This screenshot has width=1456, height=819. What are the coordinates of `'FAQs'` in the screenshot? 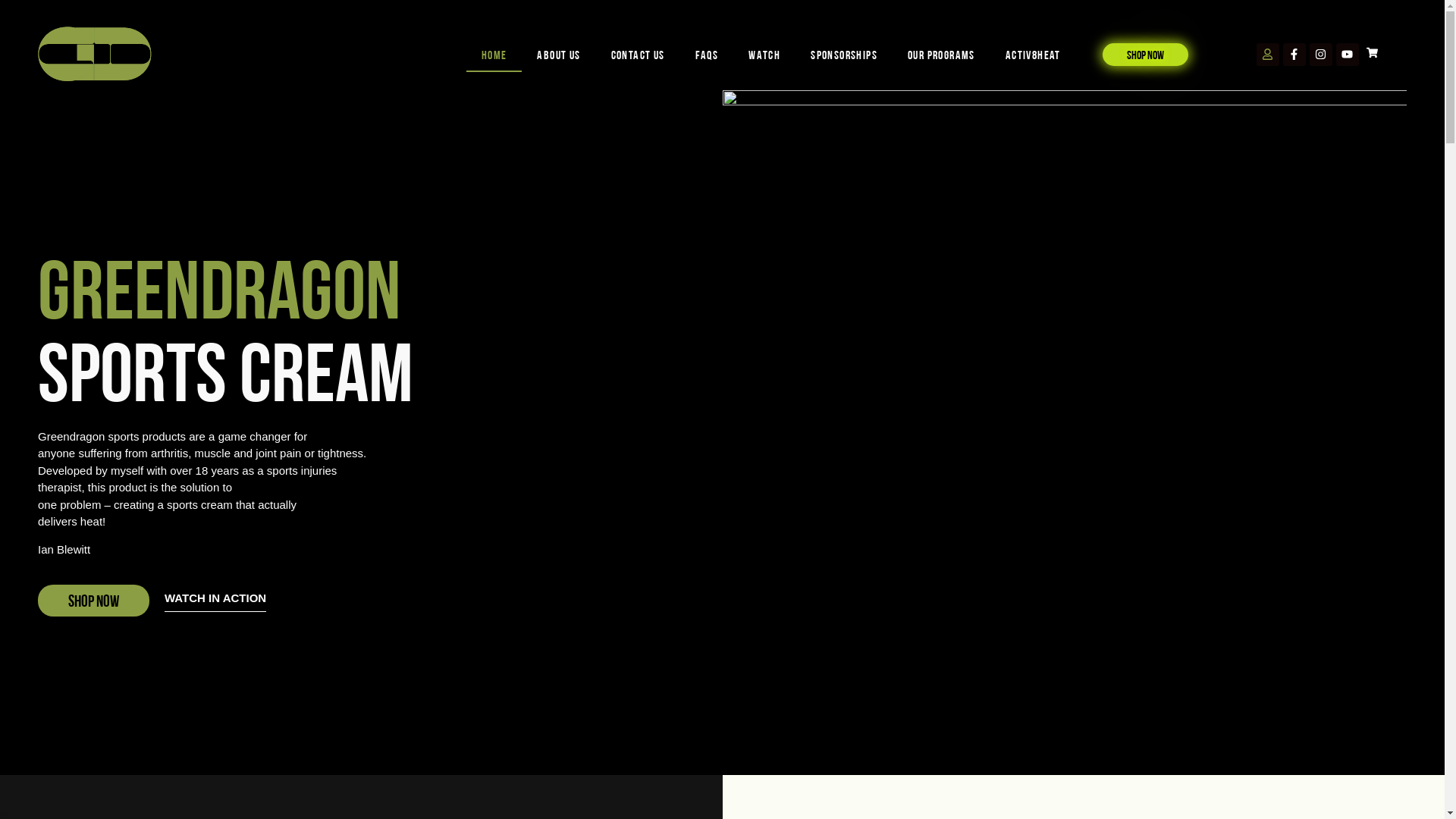 It's located at (706, 52).